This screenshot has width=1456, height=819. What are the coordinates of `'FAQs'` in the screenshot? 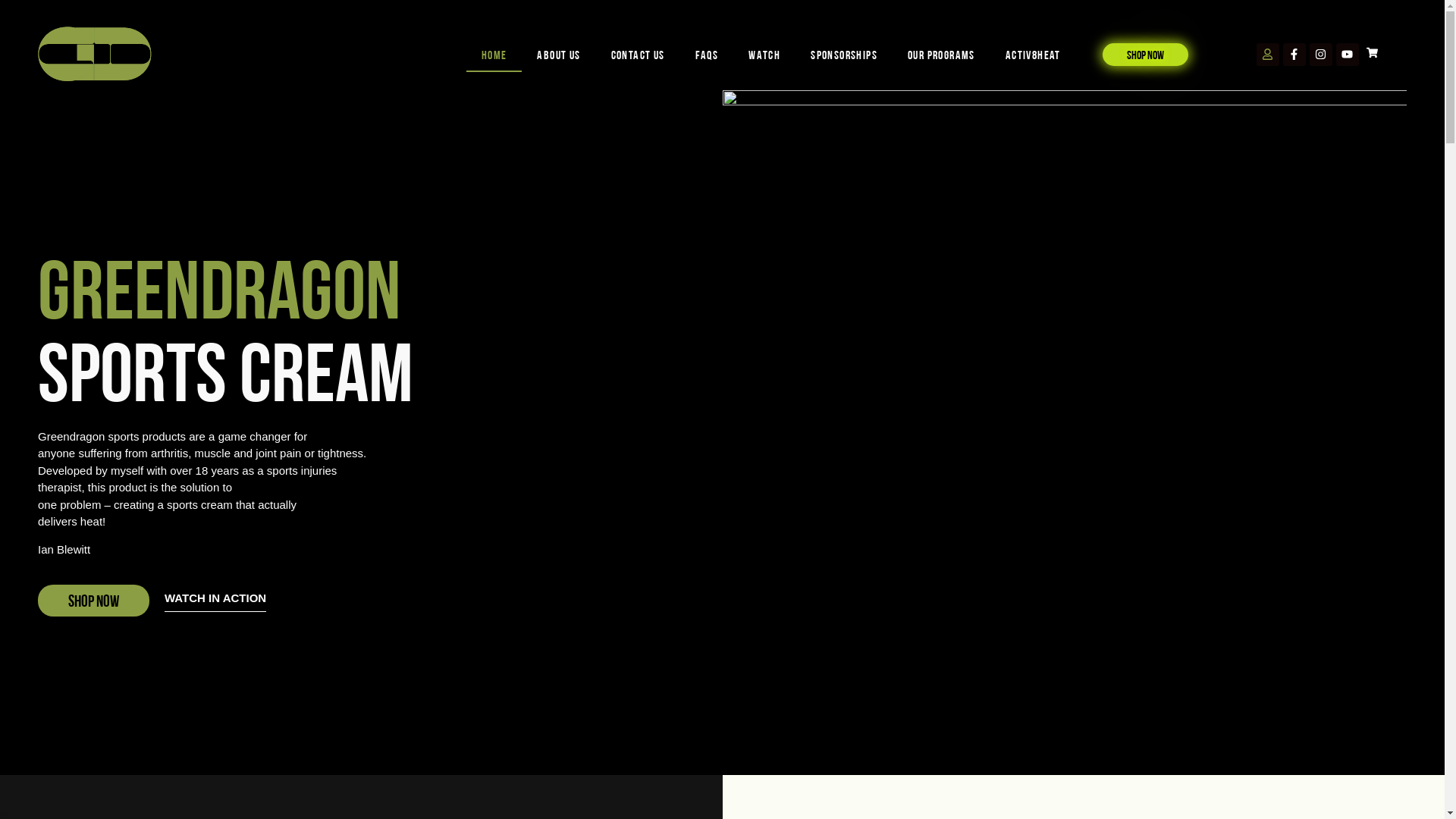 It's located at (706, 52).